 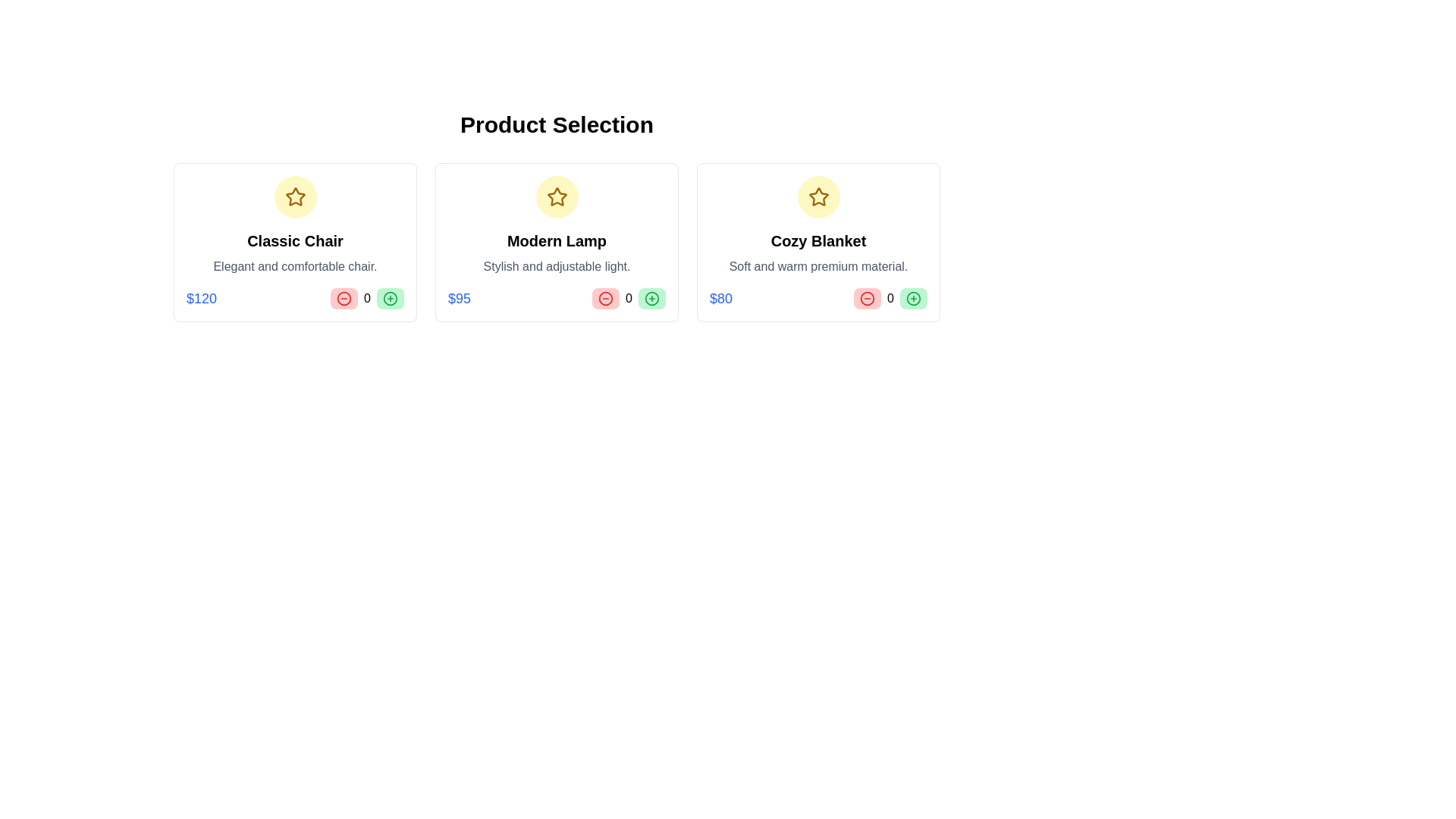 What do you see at coordinates (367, 298) in the screenshot?
I see `the central label displaying the numerical value for the 'Modern Lamp' product, which is positioned between two buttons` at bounding box center [367, 298].